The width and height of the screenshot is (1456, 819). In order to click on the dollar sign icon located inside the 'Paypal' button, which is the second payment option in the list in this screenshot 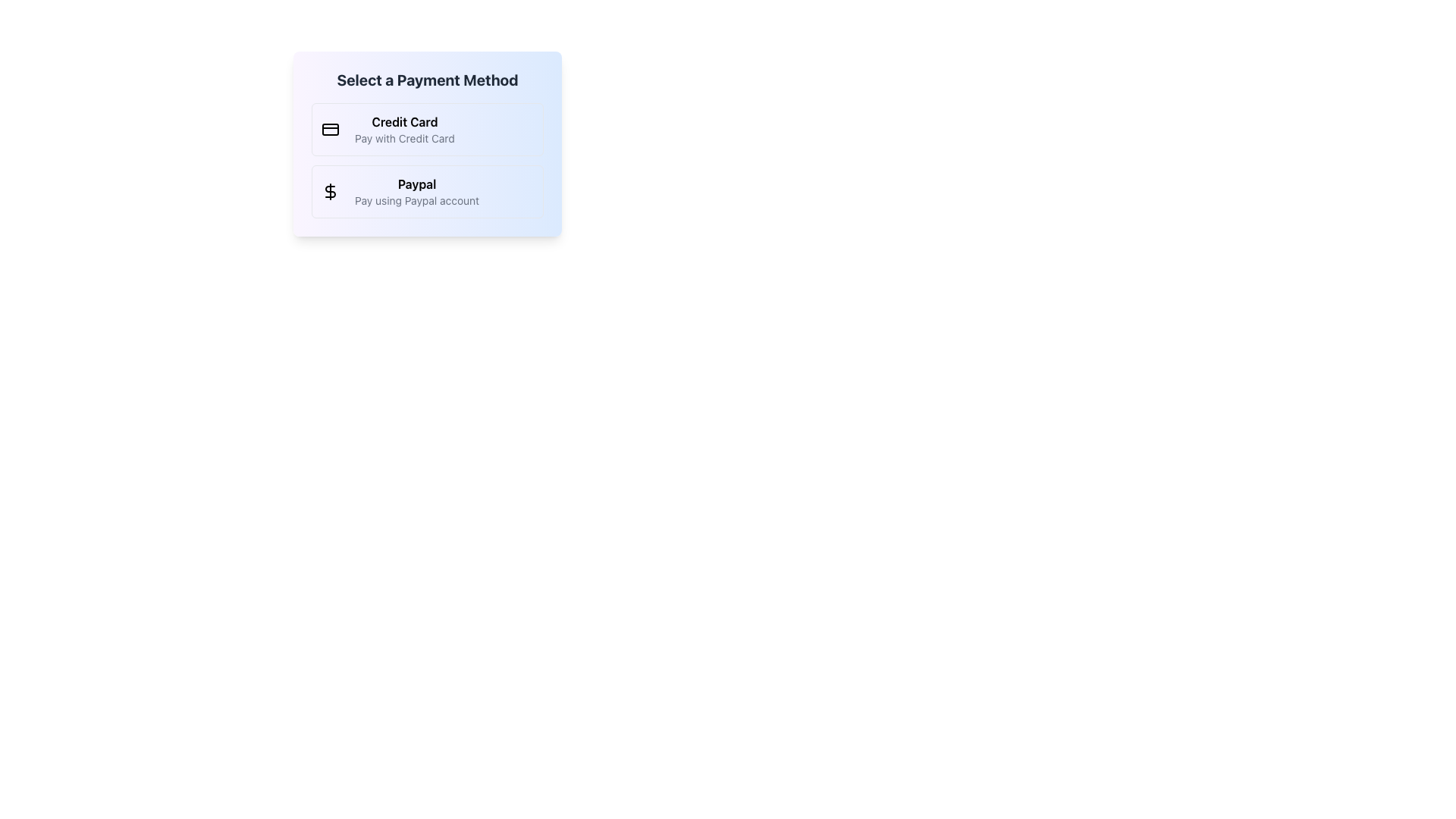, I will do `click(330, 191)`.